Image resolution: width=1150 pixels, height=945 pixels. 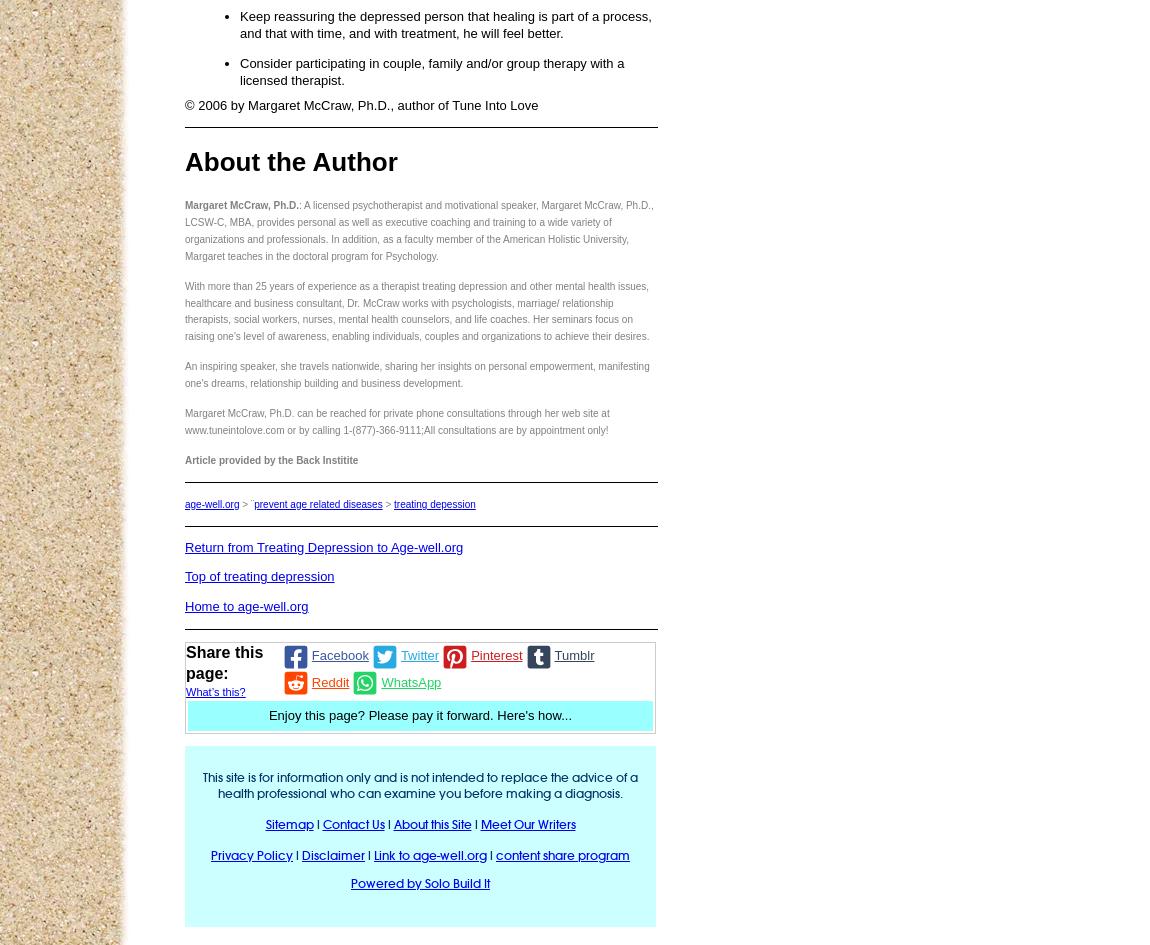 I want to click on 'Disclaimer', so click(x=333, y=854).